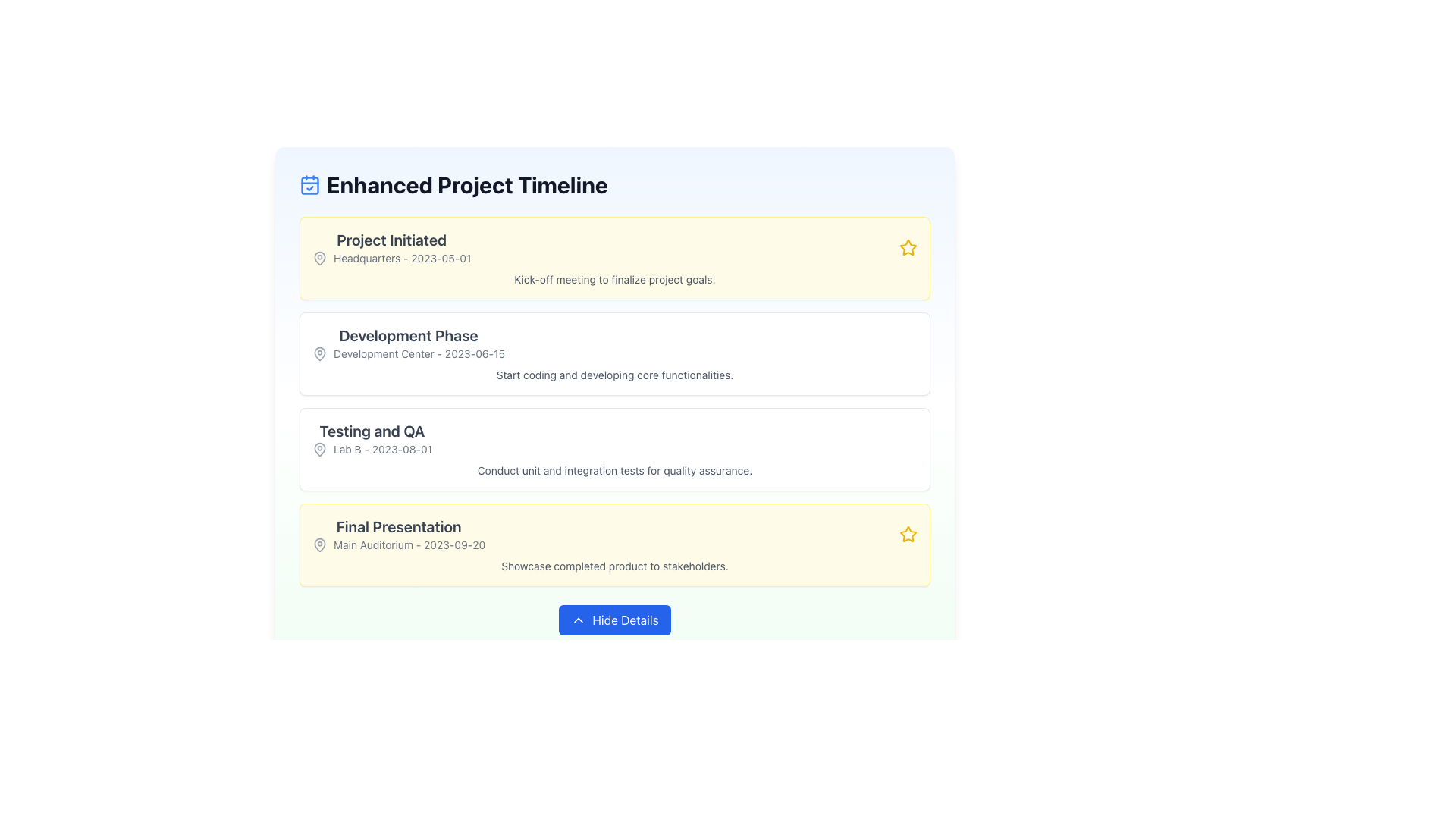 The width and height of the screenshot is (1456, 819). I want to click on the text label that reads 'Conduct unit and integration tests for quality assurance.' located in the 'Testing and QA' section of the timeline interface, so click(615, 470).